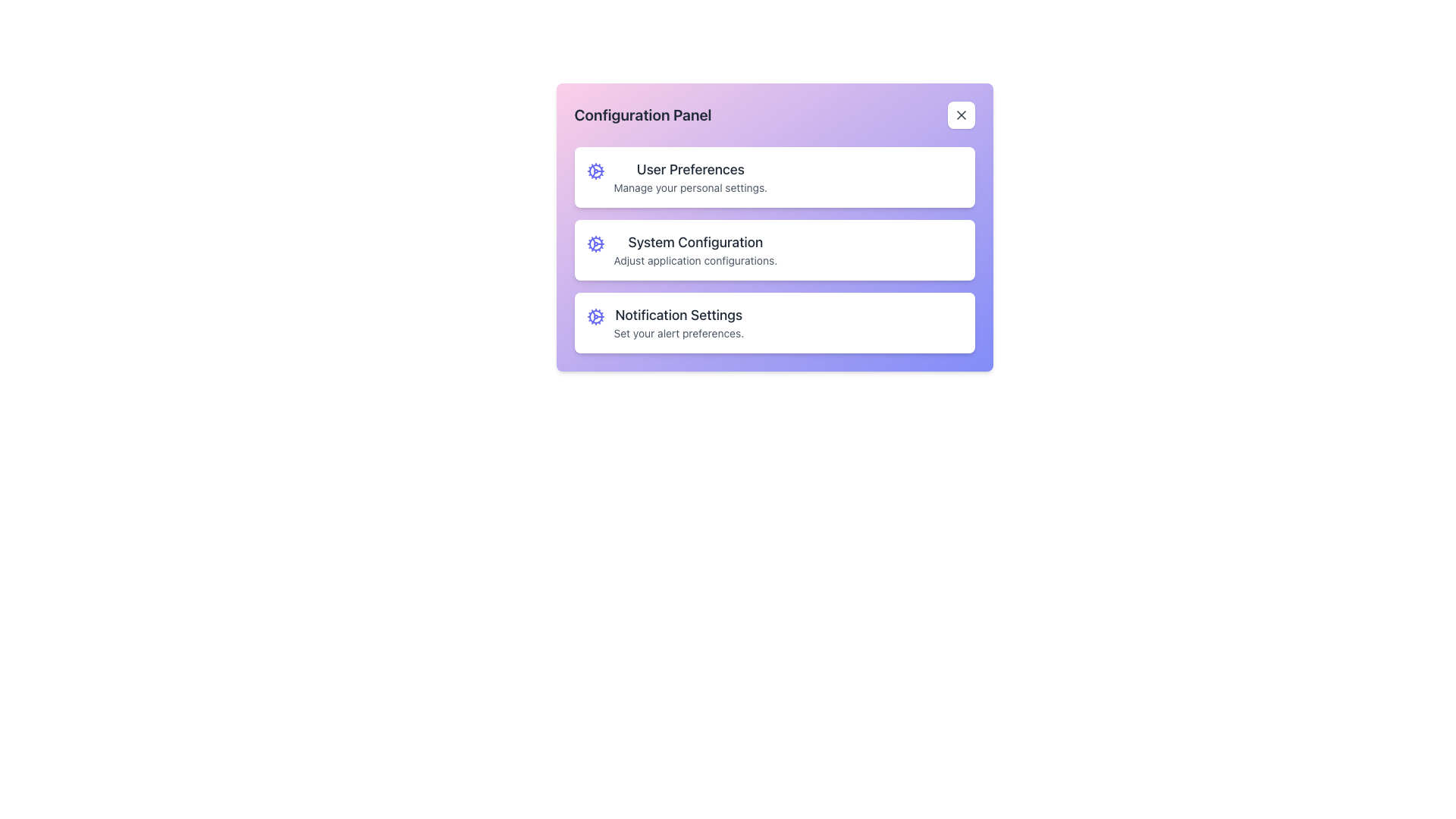  Describe the element at coordinates (695, 249) in the screenshot. I see `the interactive label positioned centrally` at that location.